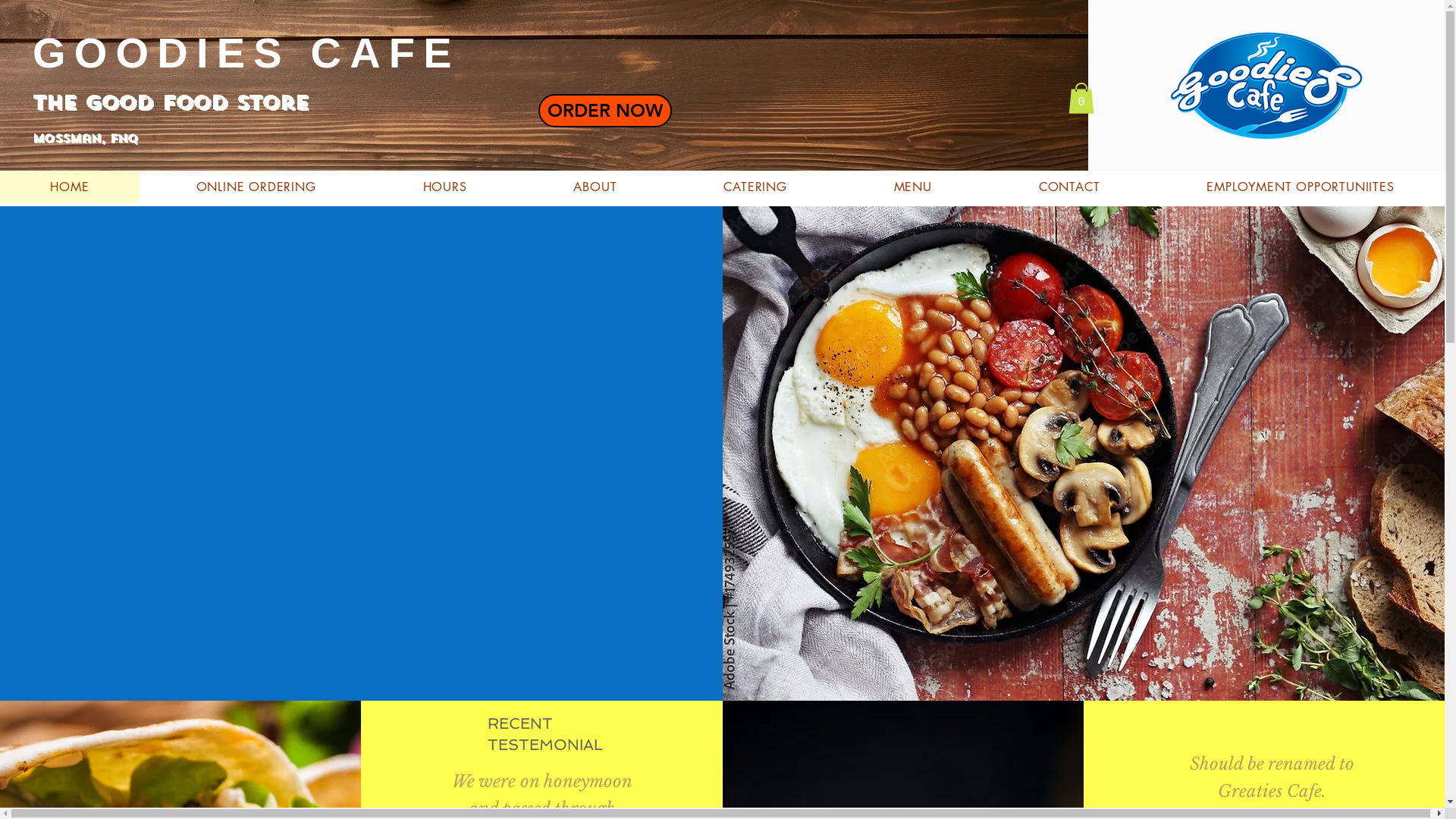 This screenshot has height=819, width=1456. What do you see at coordinates (755, 186) in the screenshot?
I see `'CATERING'` at bounding box center [755, 186].